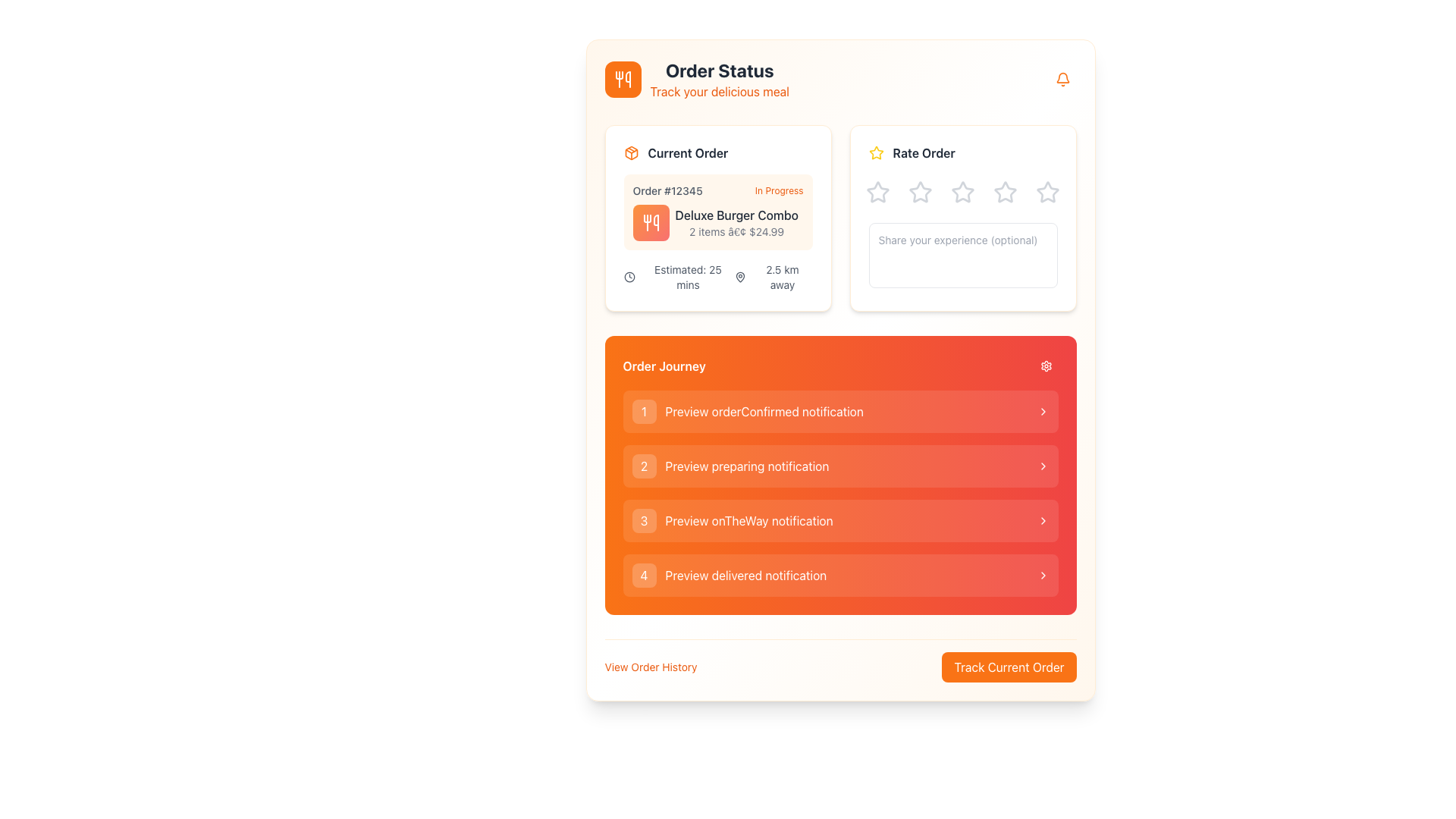 This screenshot has width=1456, height=819. I want to click on displayed text of the Text display component showing 'Deluxe Burger Combo' and '2 items • $24.99' located in the 'Current Order' section beside the utensil icon, so click(736, 222).